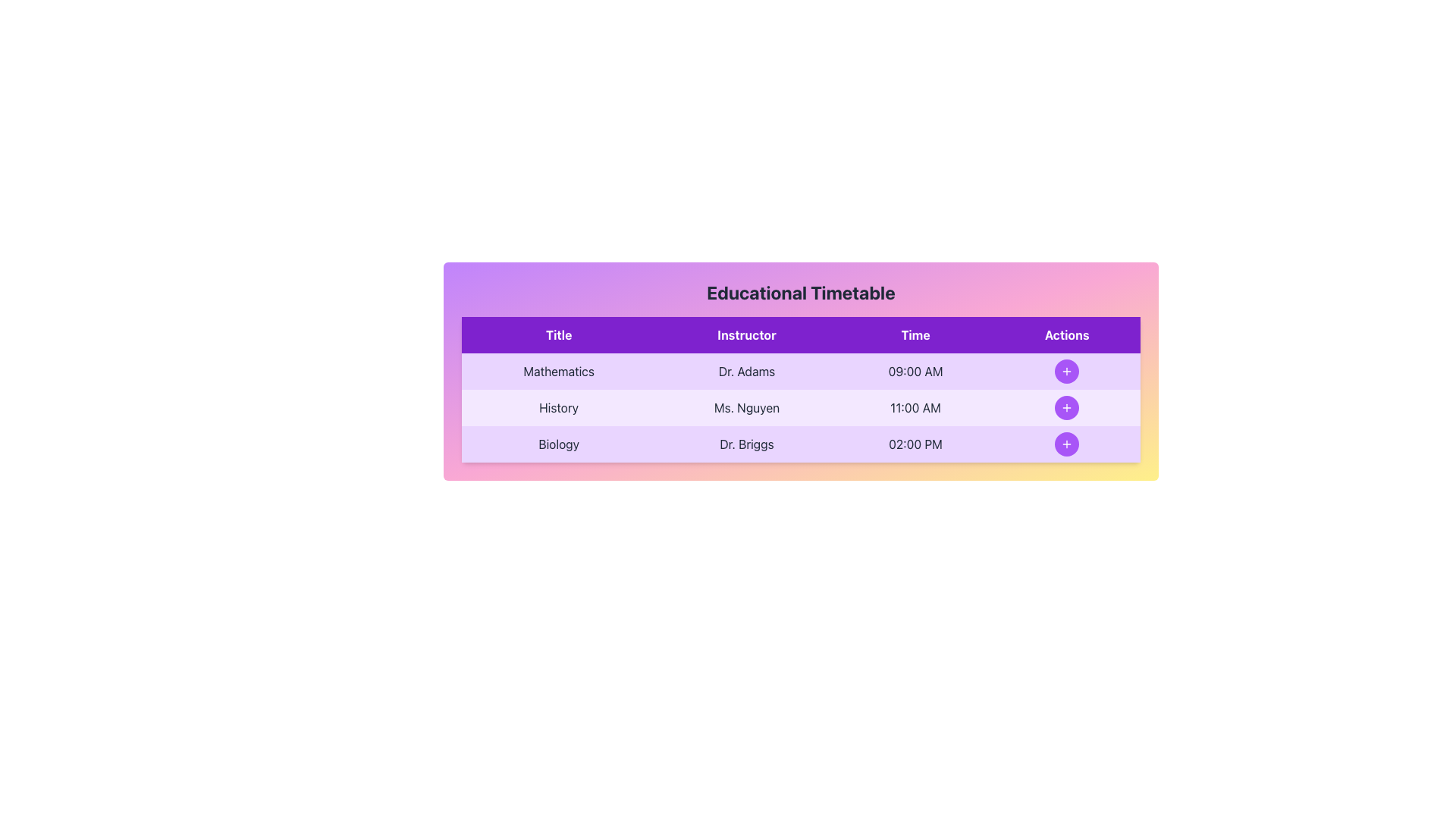 The width and height of the screenshot is (1456, 819). Describe the element at coordinates (800, 406) in the screenshot. I see `the second row of the timetable, which displays the class information for 'History' taught by 'Ms. Nguyen' at '11:00 AM'` at that location.